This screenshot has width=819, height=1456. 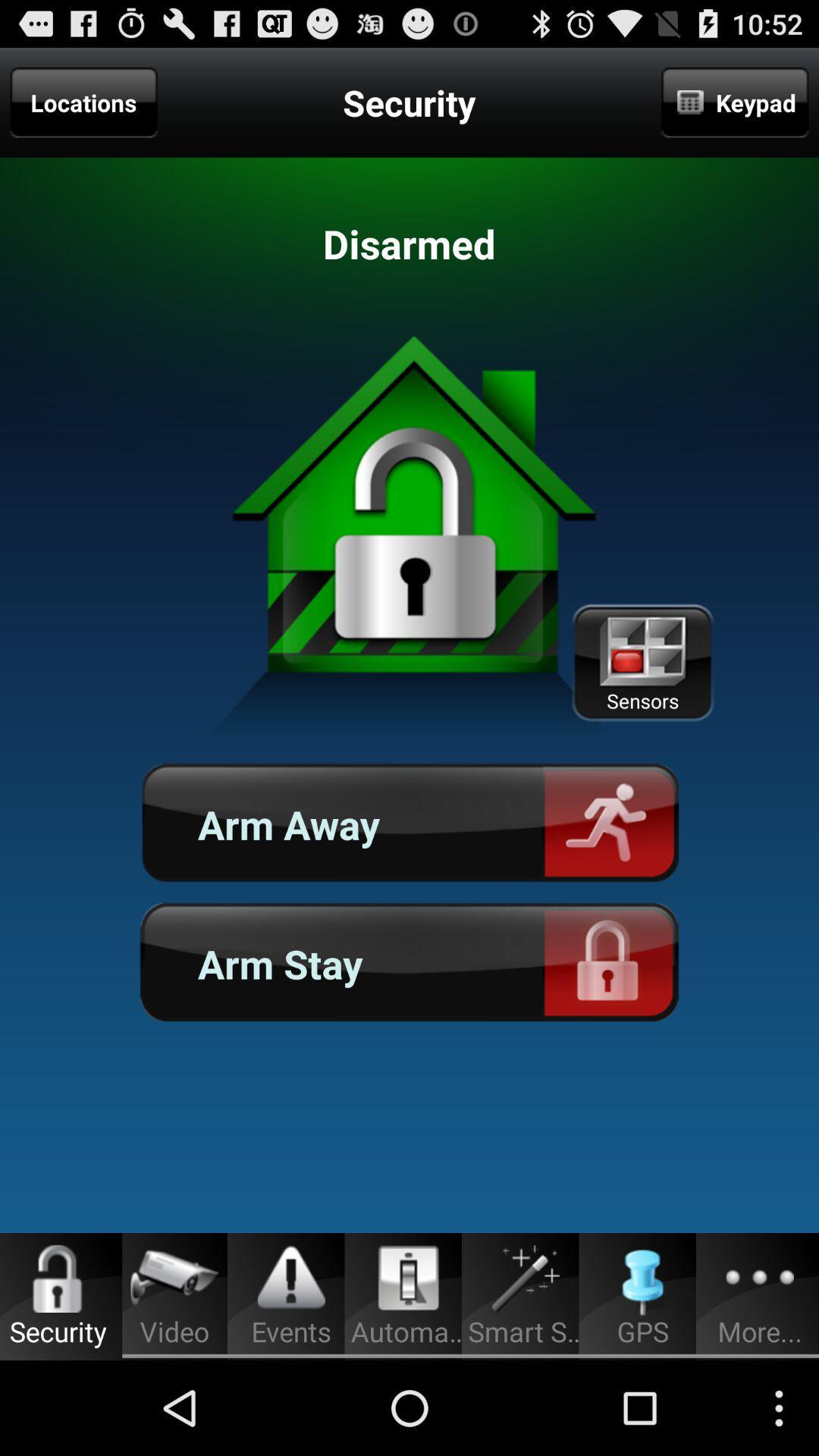 What do you see at coordinates (83, 102) in the screenshot?
I see `the icon at the top left corner` at bounding box center [83, 102].